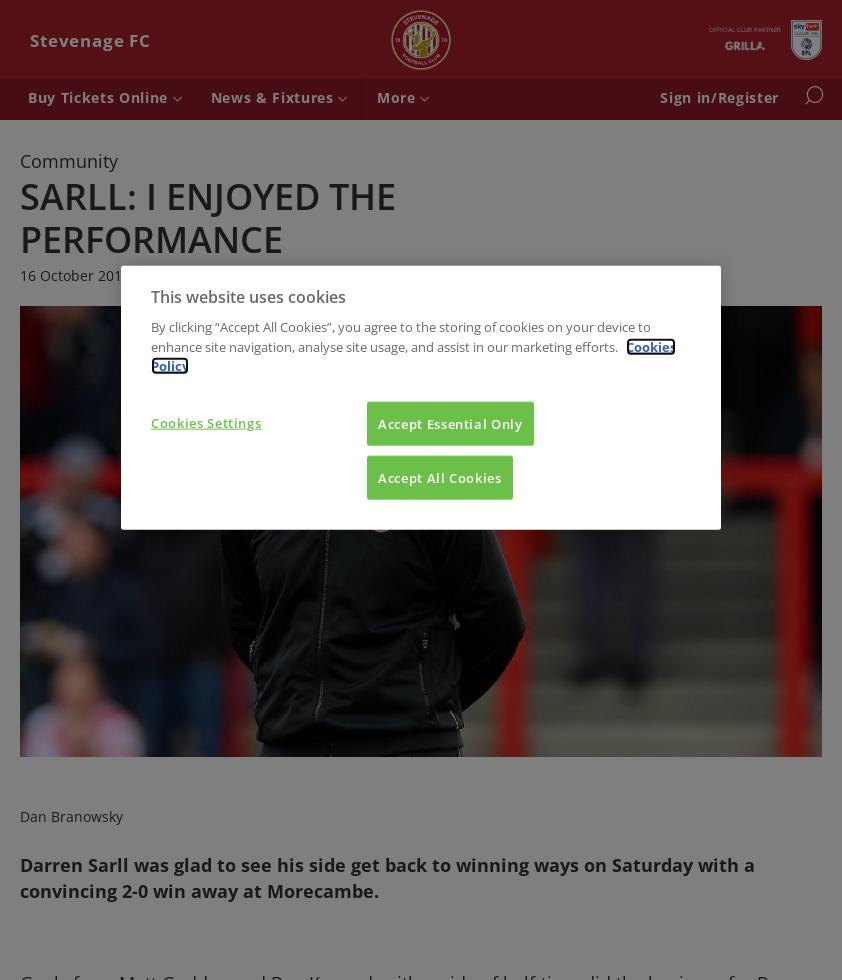  Describe the element at coordinates (206, 216) in the screenshot. I see `'SARLL: I ENJOYED THE PERFORMANCE'` at that location.